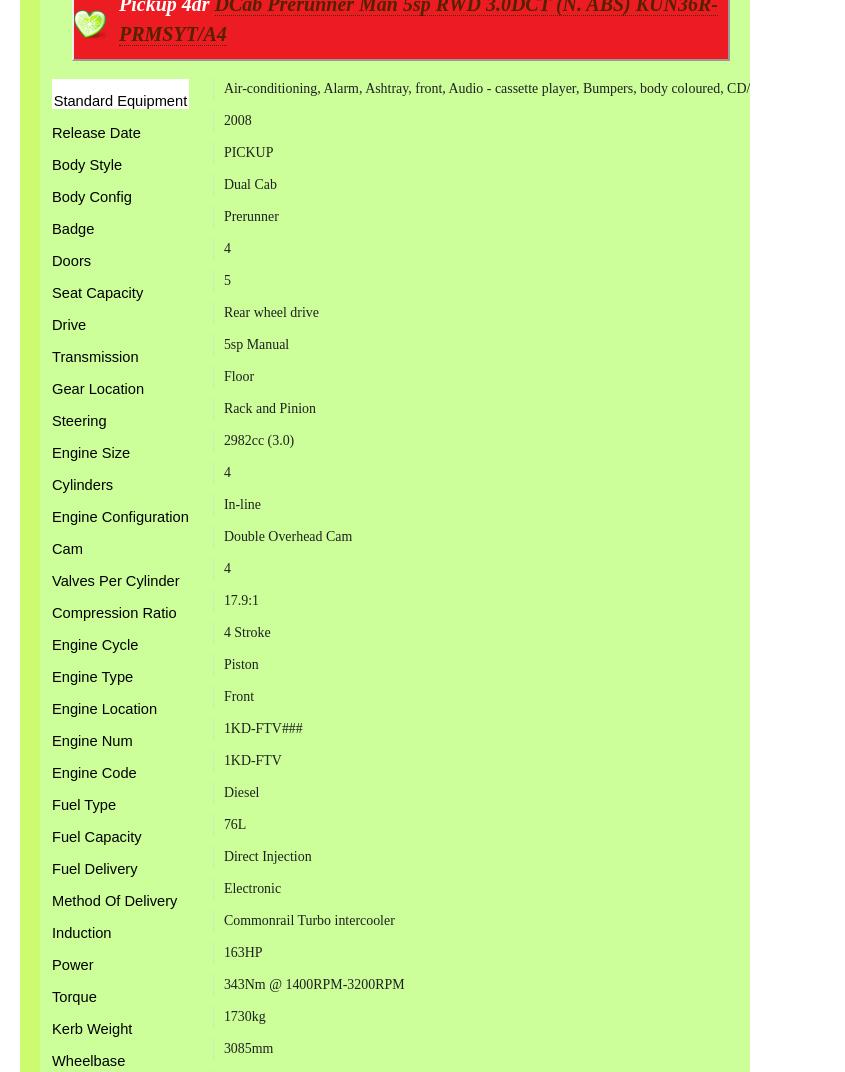 Image resolution: width=845 pixels, height=1072 pixels. What do you see at coordinates (245, 632) in the screenshot?
I see `'4 Stroke'` at bounding box center [245, 632].